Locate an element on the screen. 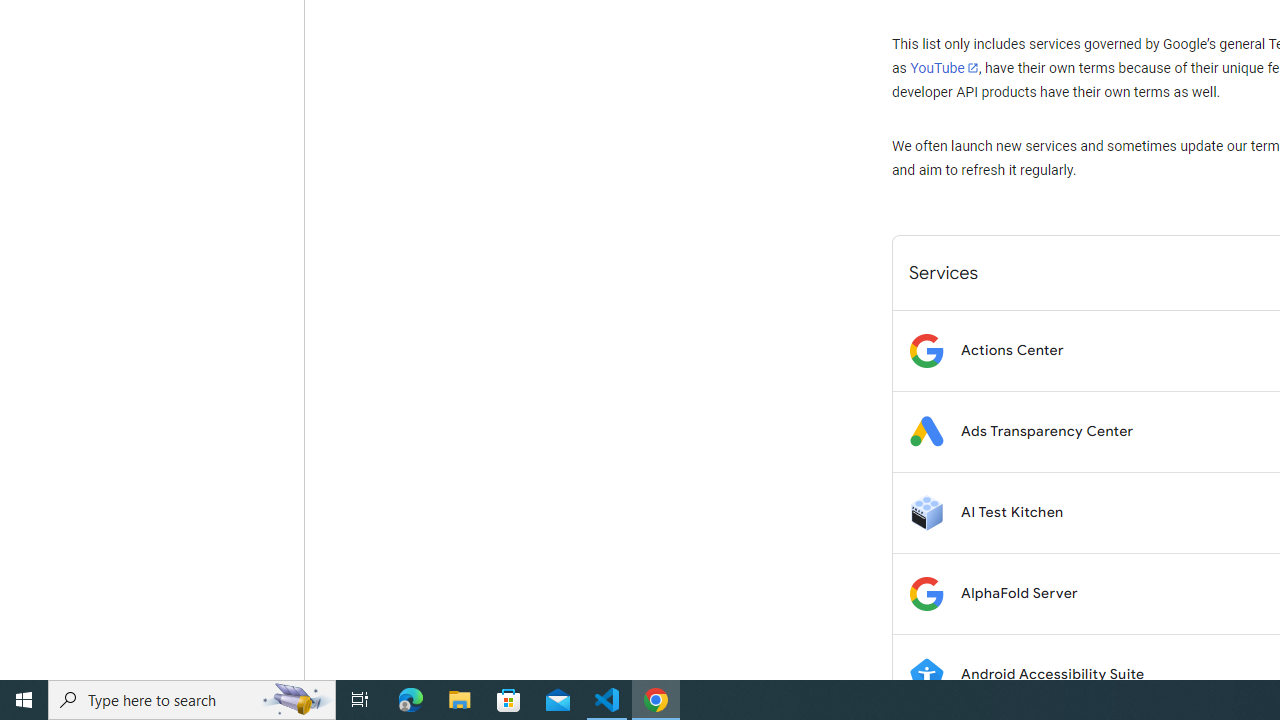 This screenshot has height=720, width=1280. 'Logo for Actions Center' is located at coordinates (925, 349).